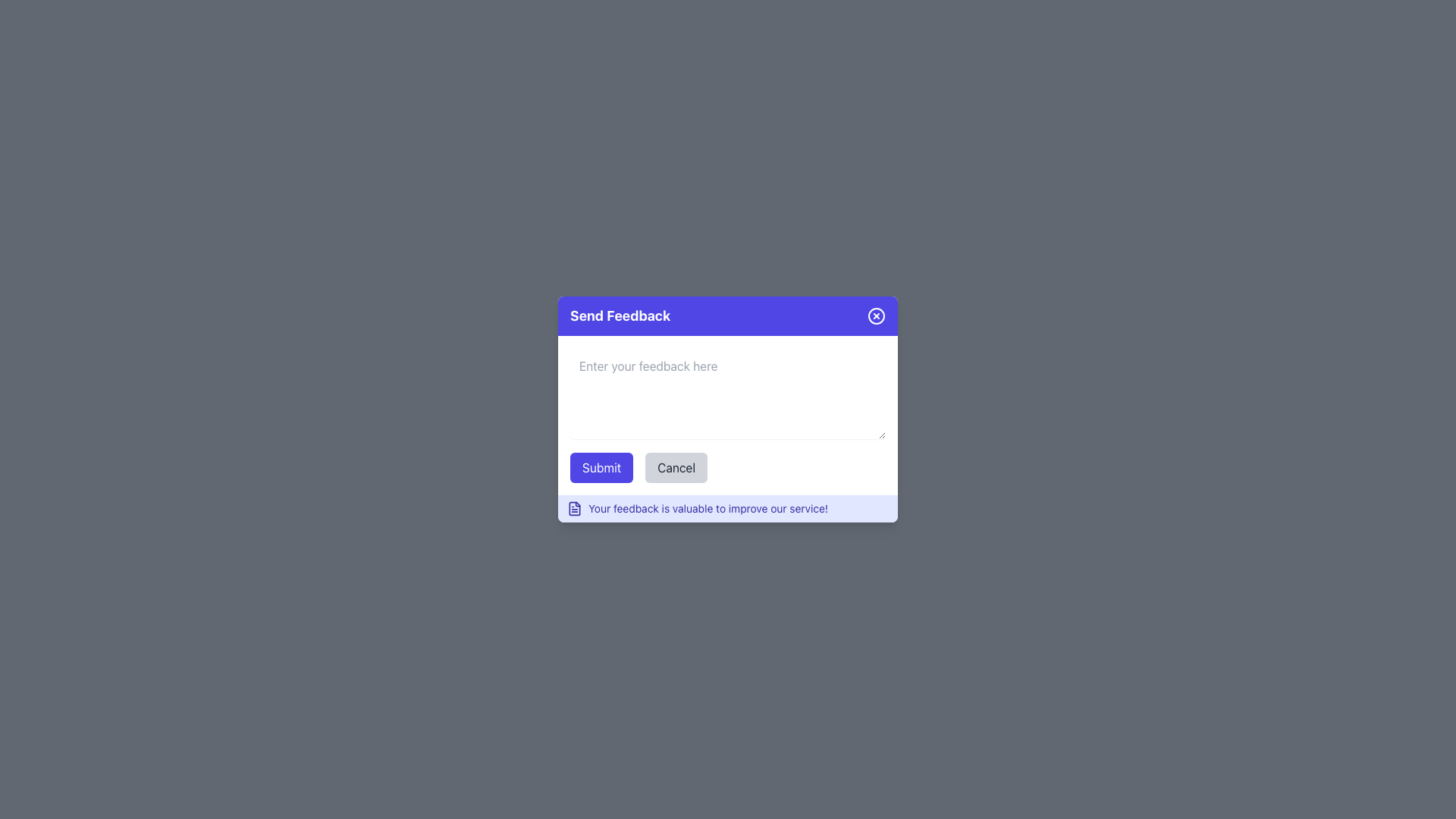 This screenshot has width=1456, height=819. I want to click on the 'Cancel' button located at the bottom-right of the feedback form modal, so click(676, 467).